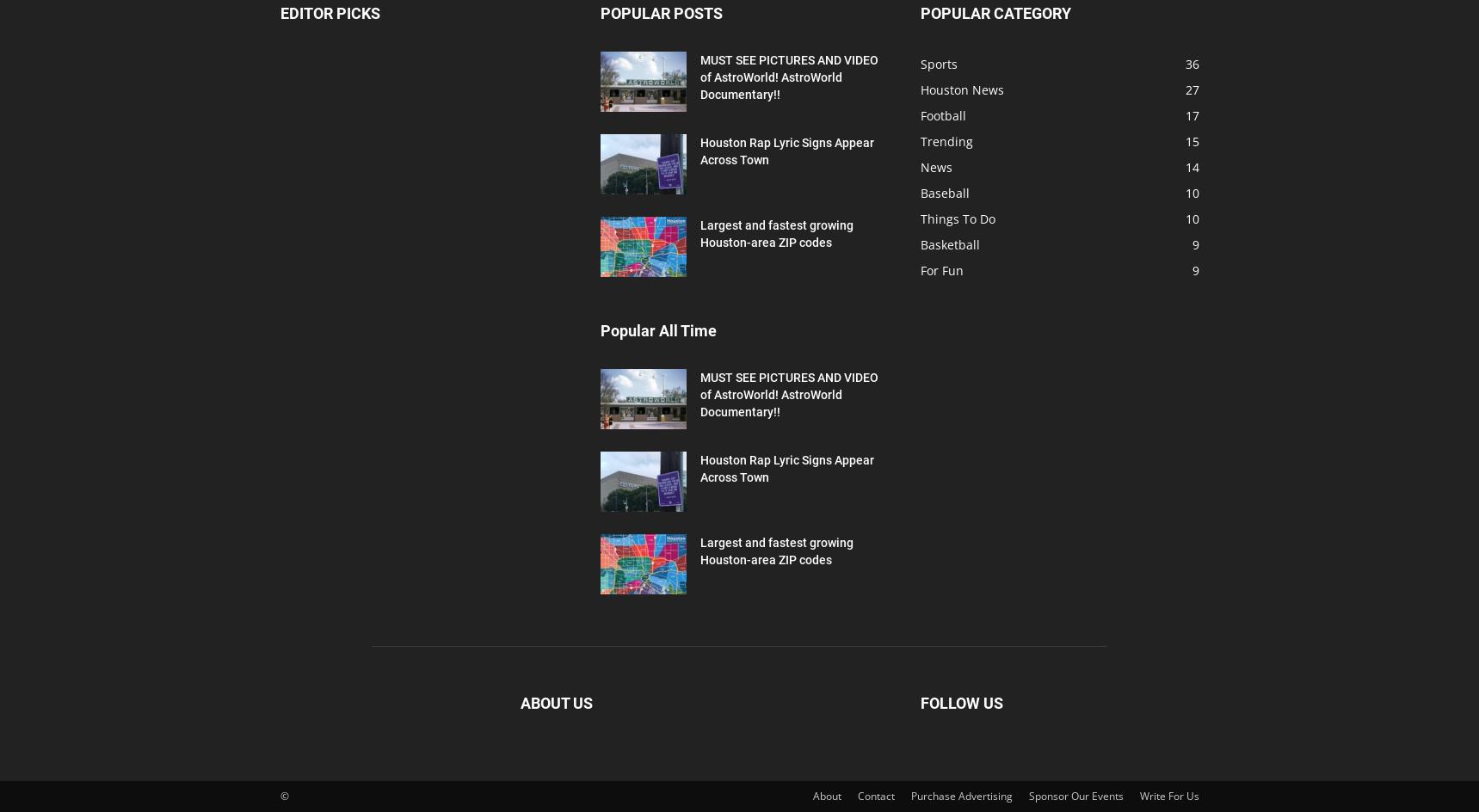 The width and height of the screenshot is (1479, 812). Describe the element at coordinates (328, 13) in the screenshot. I see `'EDITOR PICKS'` at that location.